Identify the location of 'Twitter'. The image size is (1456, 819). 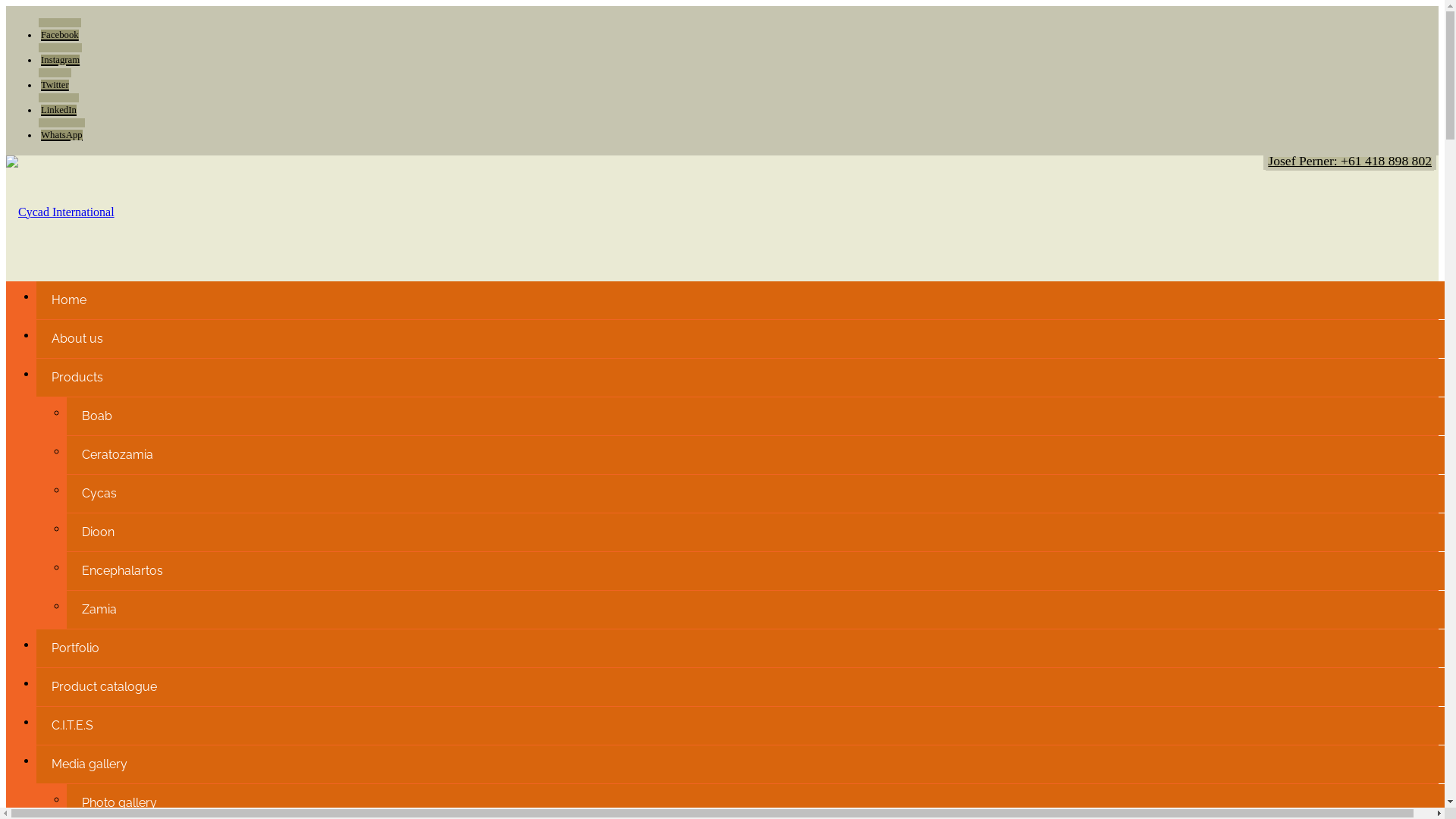
(55, 80).